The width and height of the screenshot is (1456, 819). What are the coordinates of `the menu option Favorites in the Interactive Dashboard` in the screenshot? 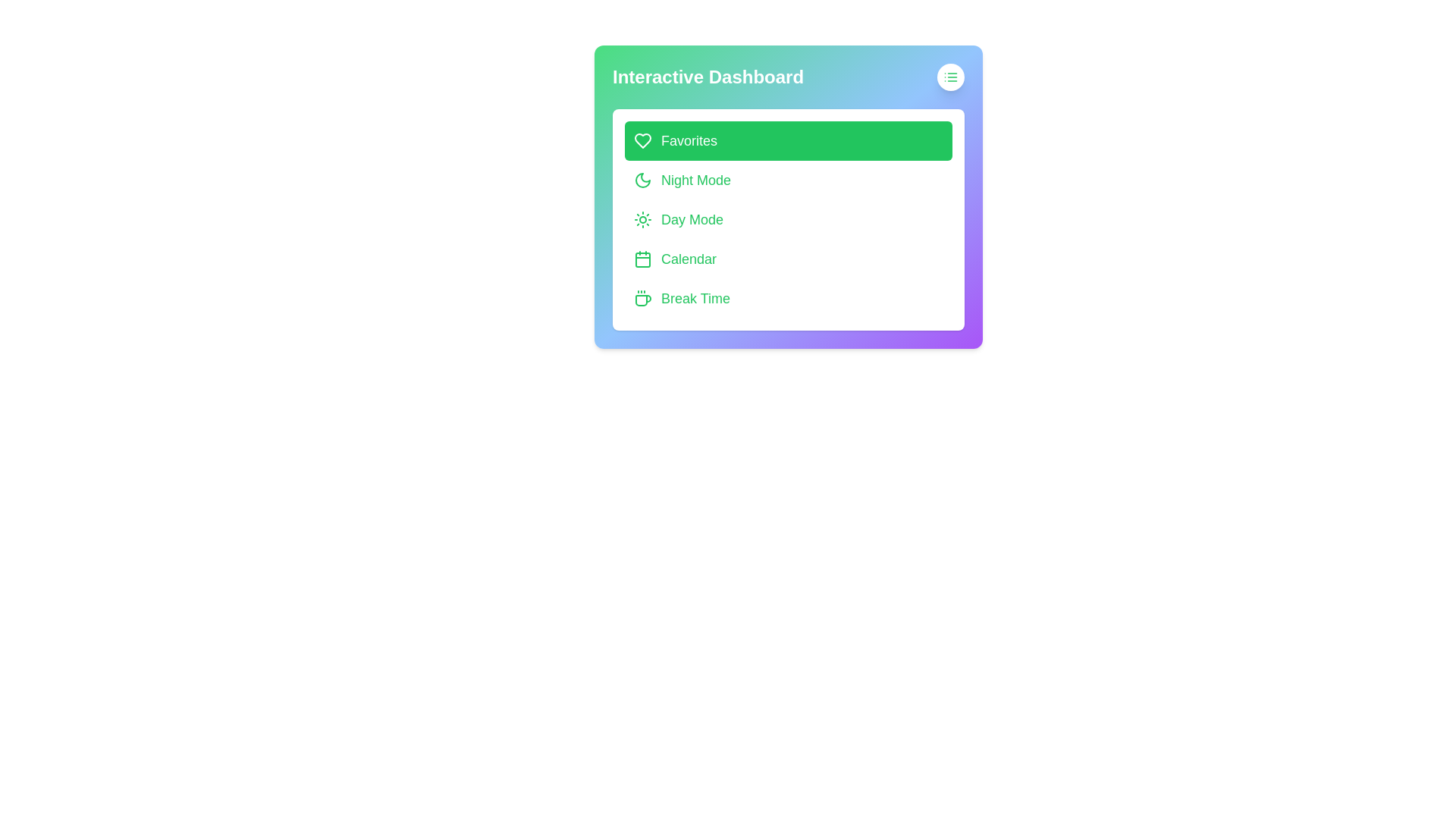 It's located at (789, 140).